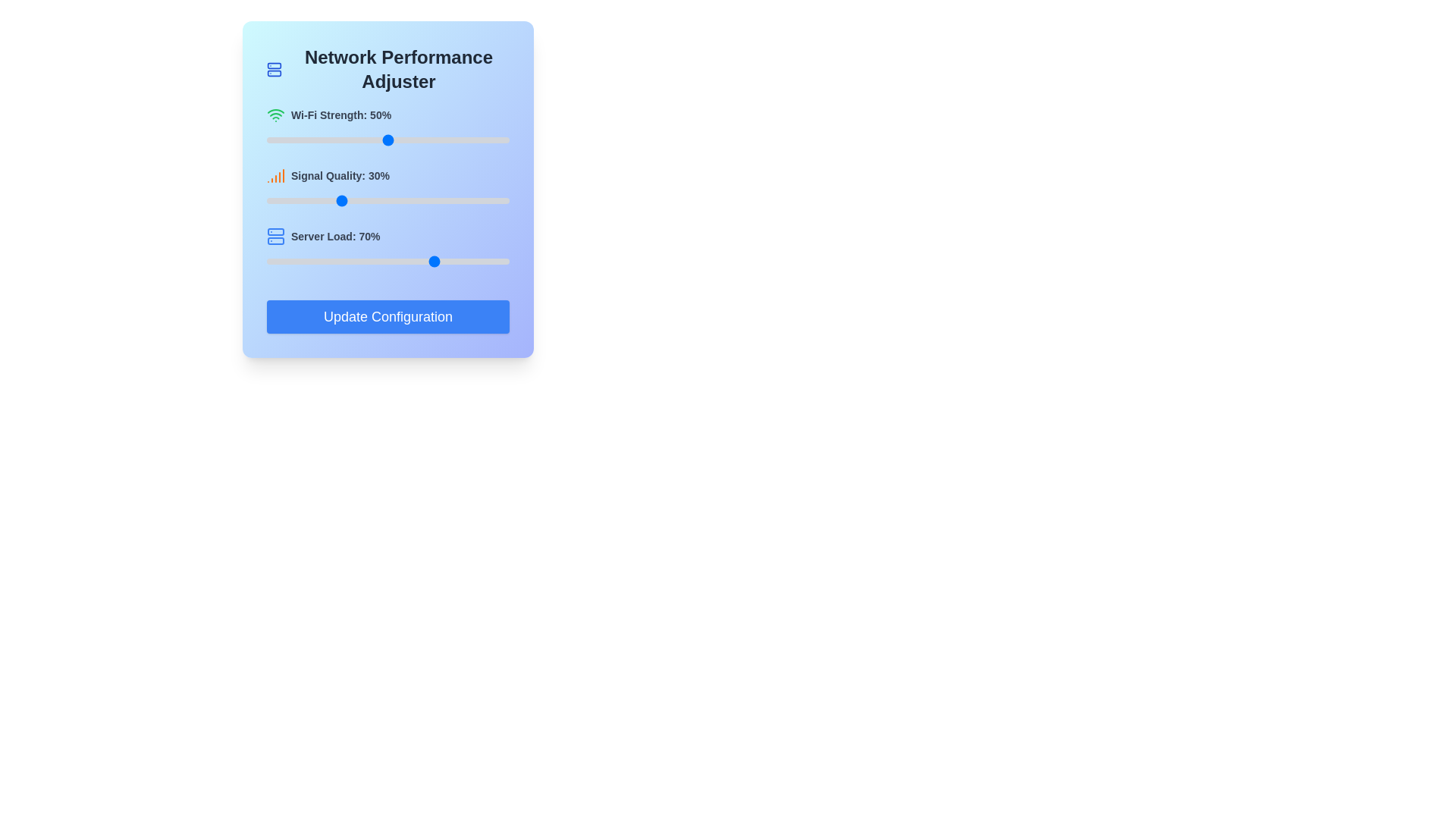 The height and width of the screenshot is (819, 1456). I want to click on Wi-Fi strength, so click(472, 140).